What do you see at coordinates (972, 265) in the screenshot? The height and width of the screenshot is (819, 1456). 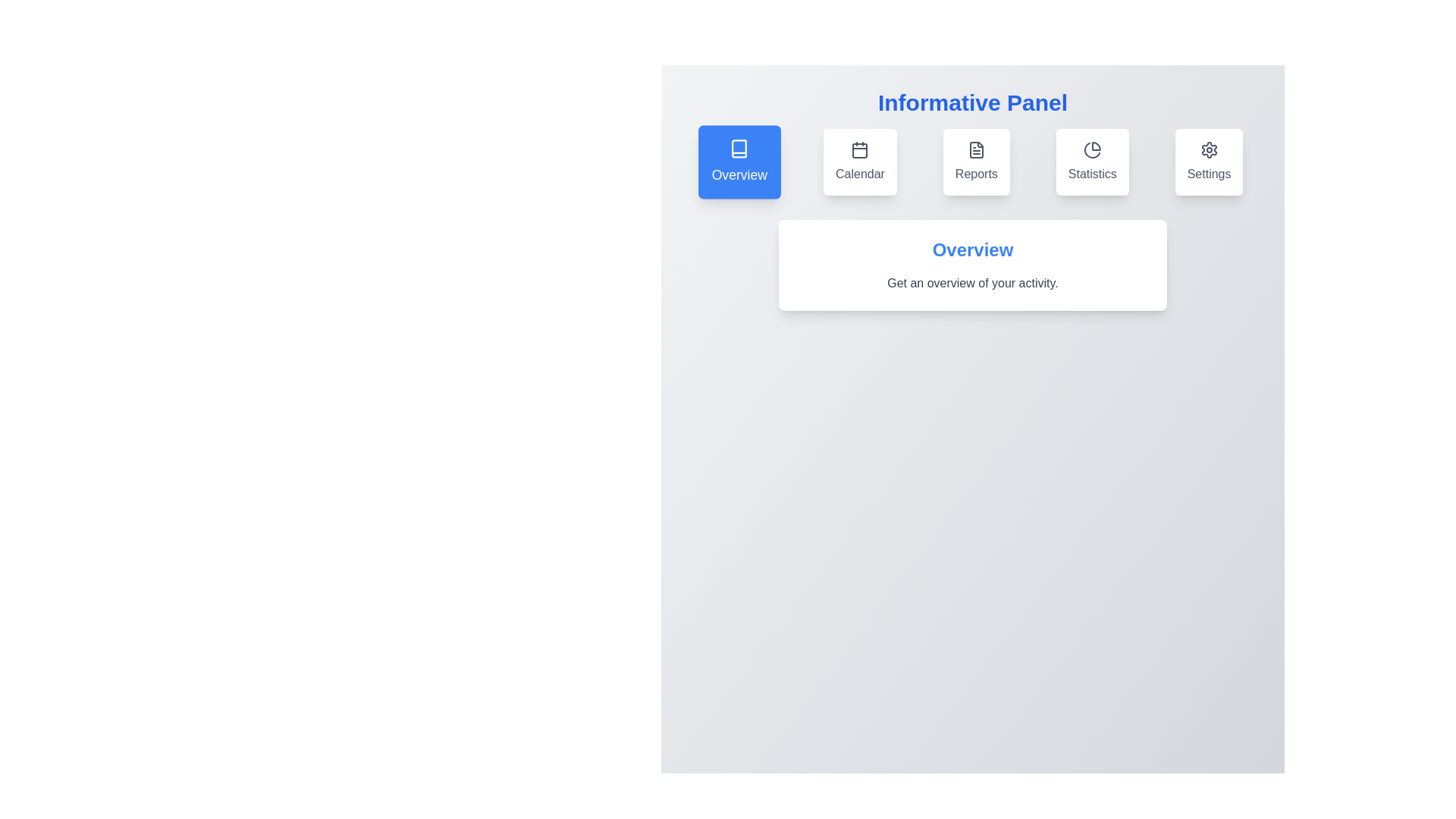 I see `the Information Panel, which provides introductory information about the 'Overview' section of the application, located centrally below the navigation icons` at bounding box center [972, 265].